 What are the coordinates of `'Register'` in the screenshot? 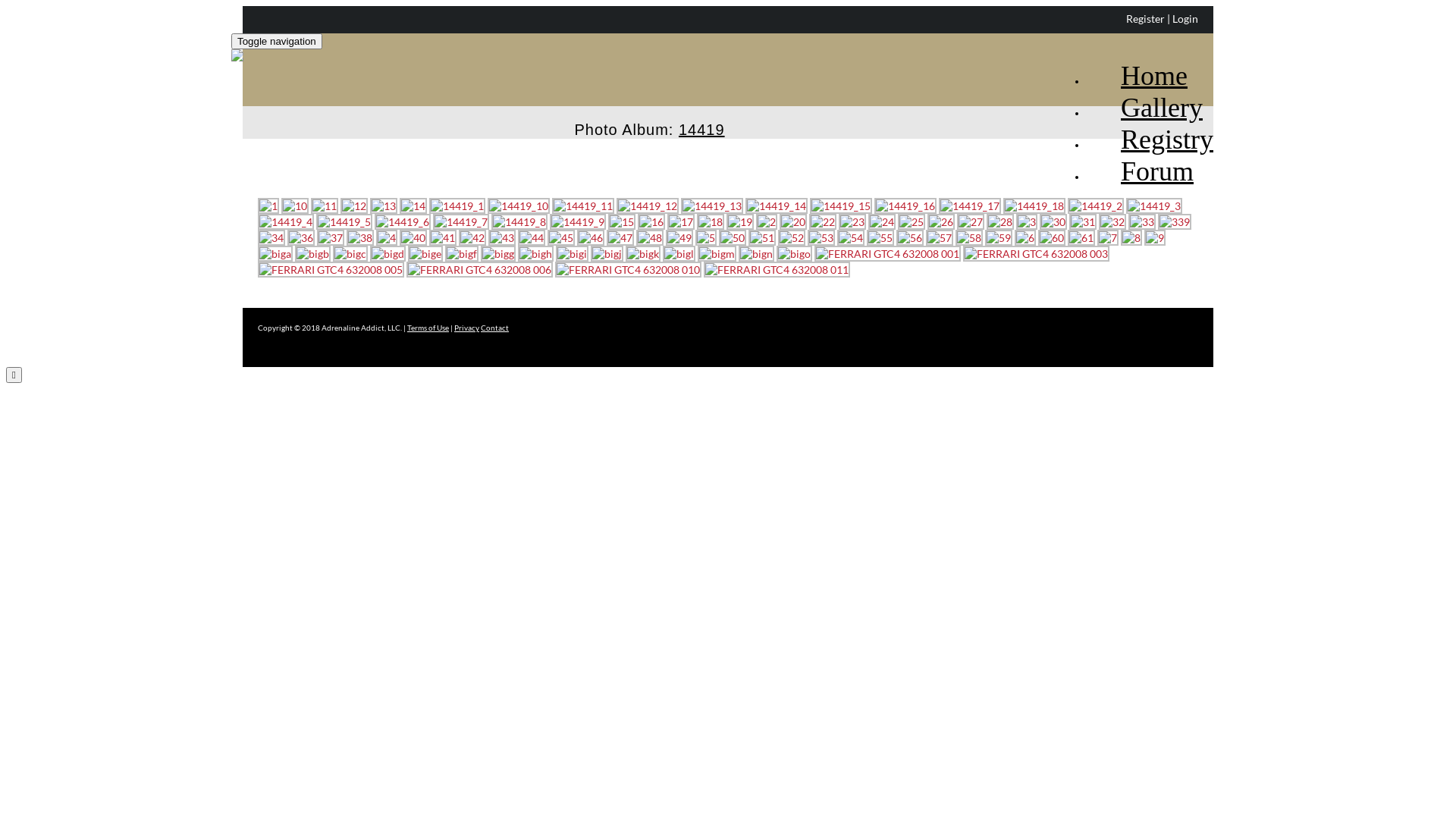 It's located at (1145, 18).